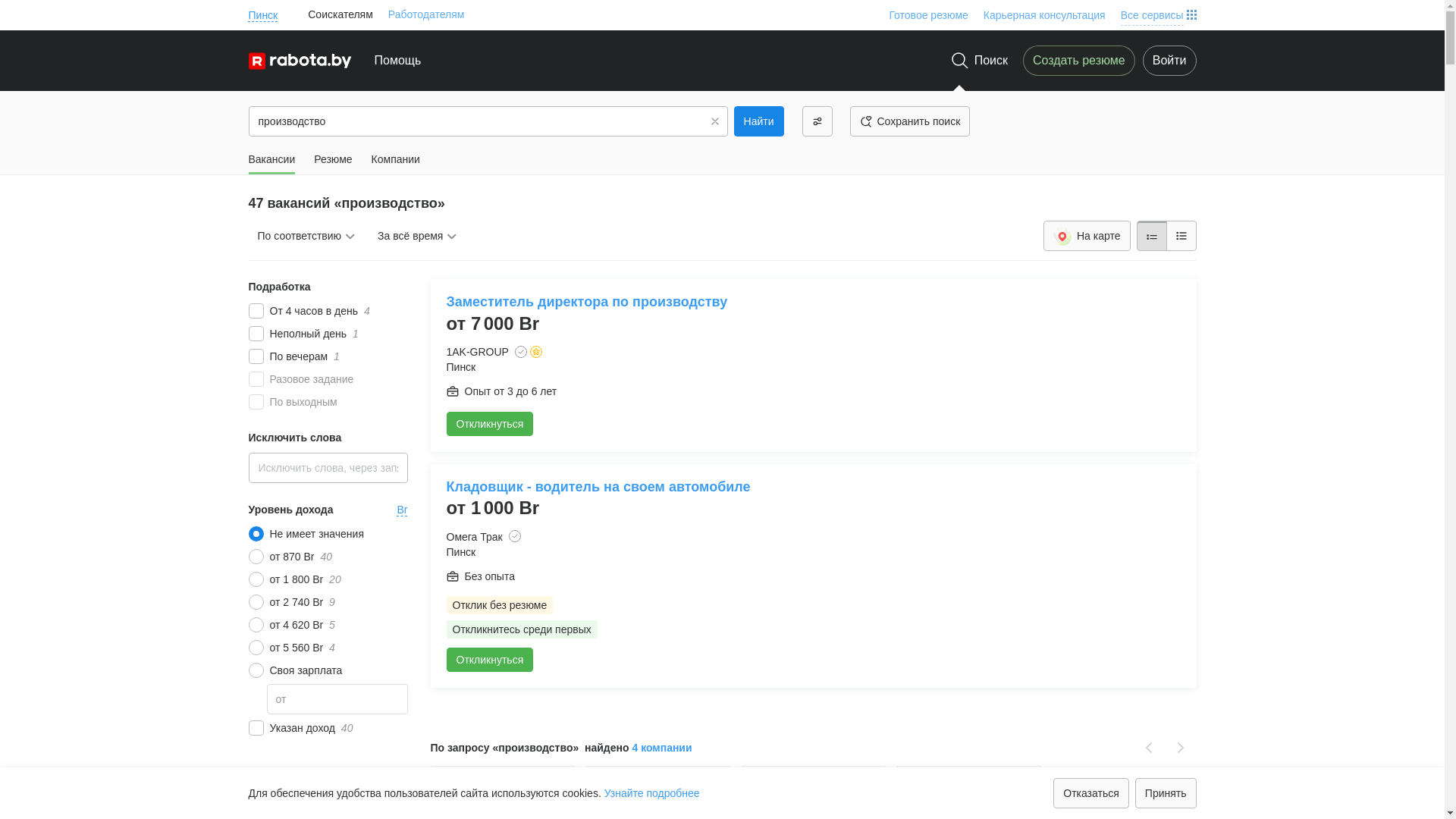 This screenshot has width=1456, height=819. Describe the element at coordinates (403, 509) in the screenshot. I see `'Br'` at that location.